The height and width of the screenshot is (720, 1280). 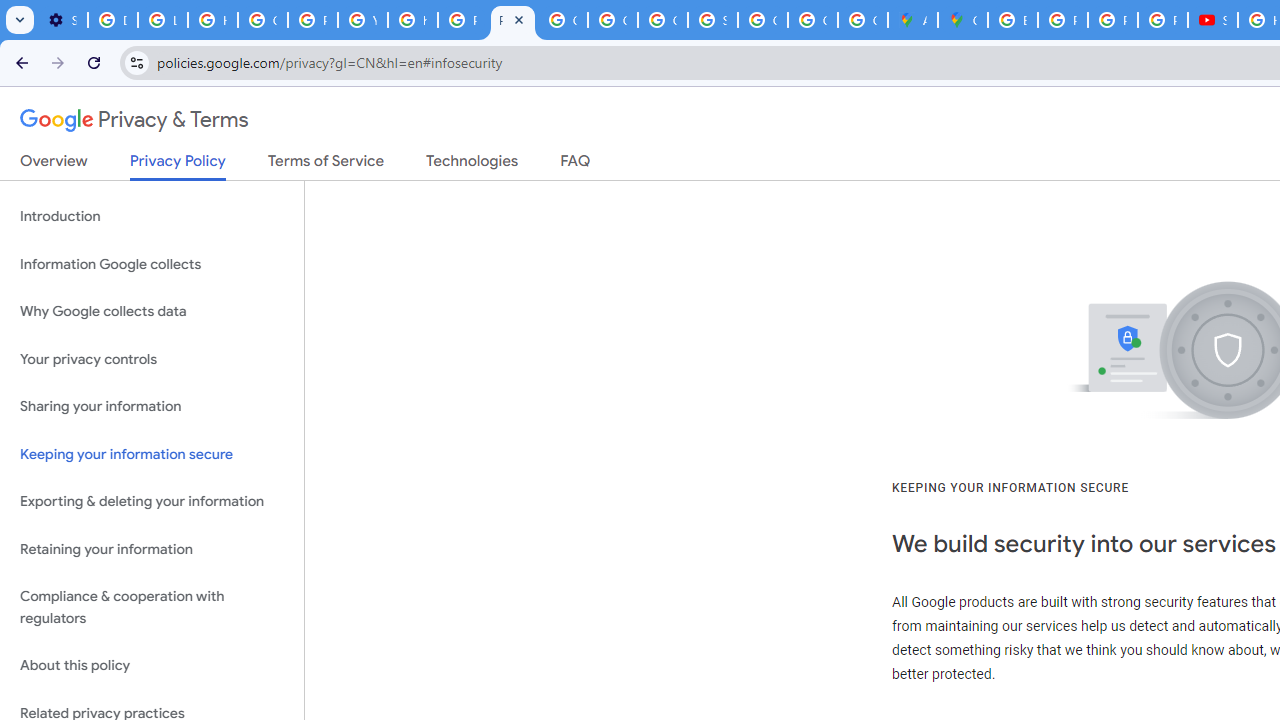 I want to click on 'Delete photos & videos - Computer - Google Photos Help', so click(x=112, y=20).